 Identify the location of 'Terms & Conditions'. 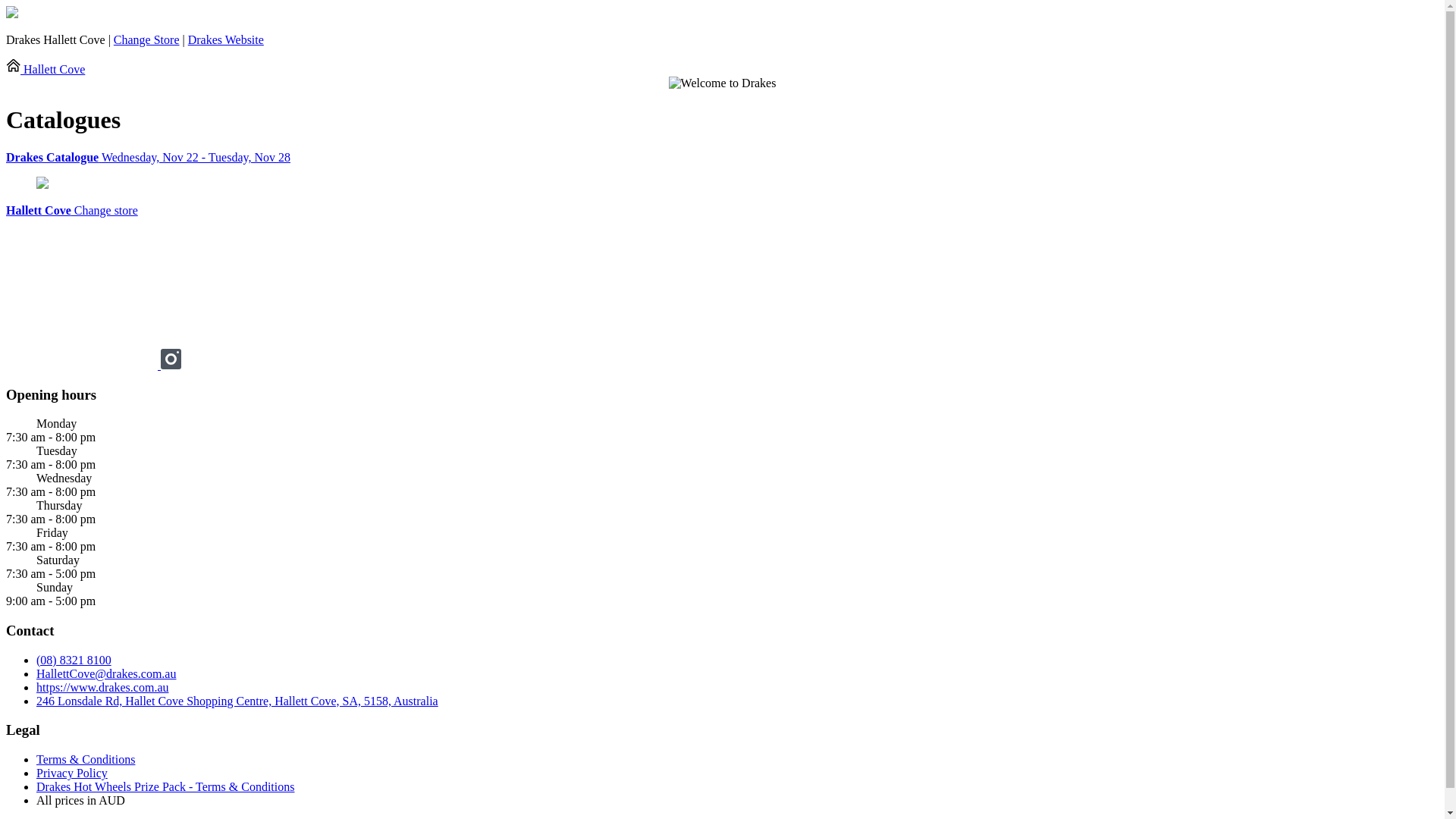
(85, 759).